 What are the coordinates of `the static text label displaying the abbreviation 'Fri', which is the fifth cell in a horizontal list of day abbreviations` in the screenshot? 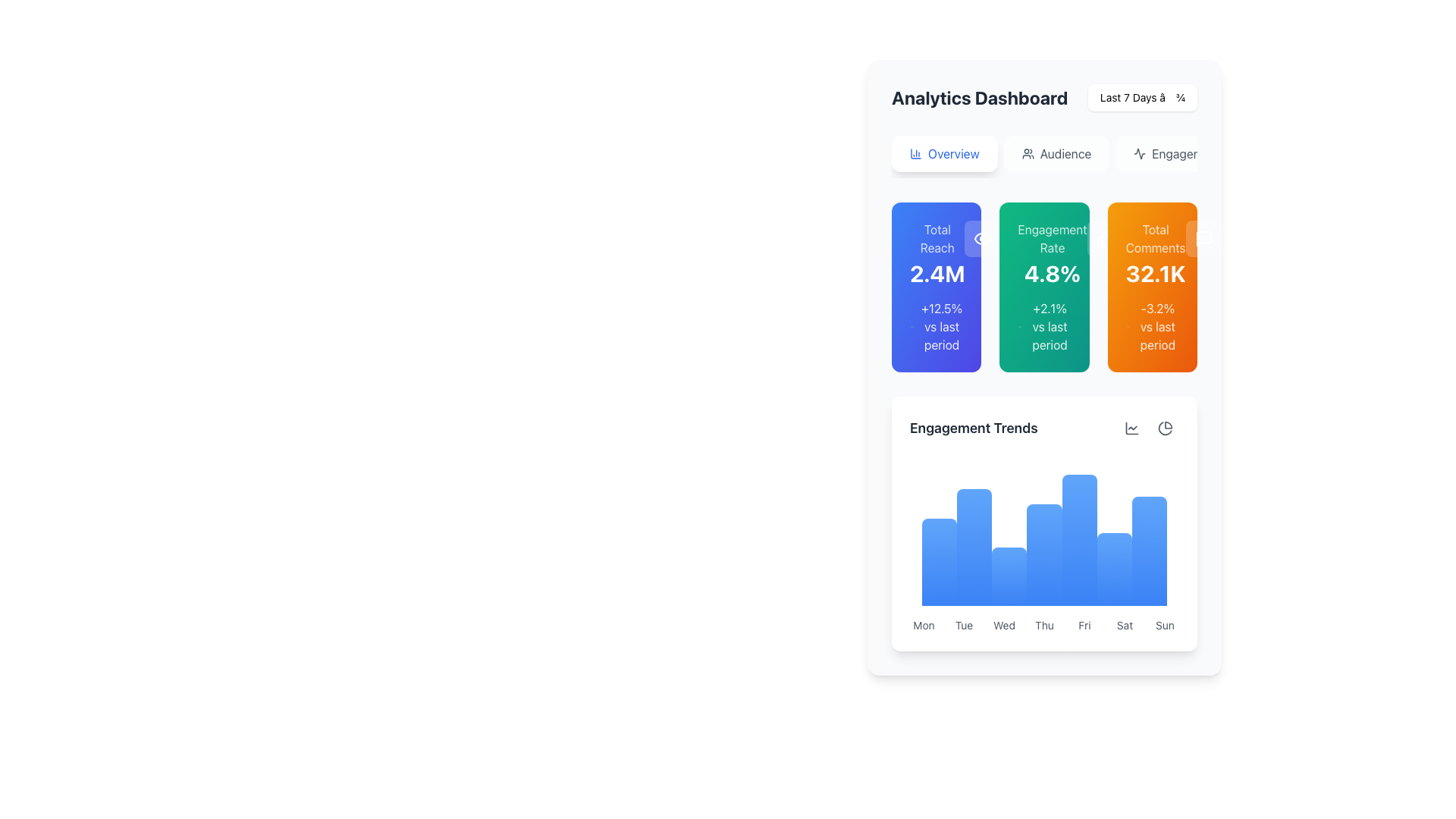 It's located at (1084, 626).